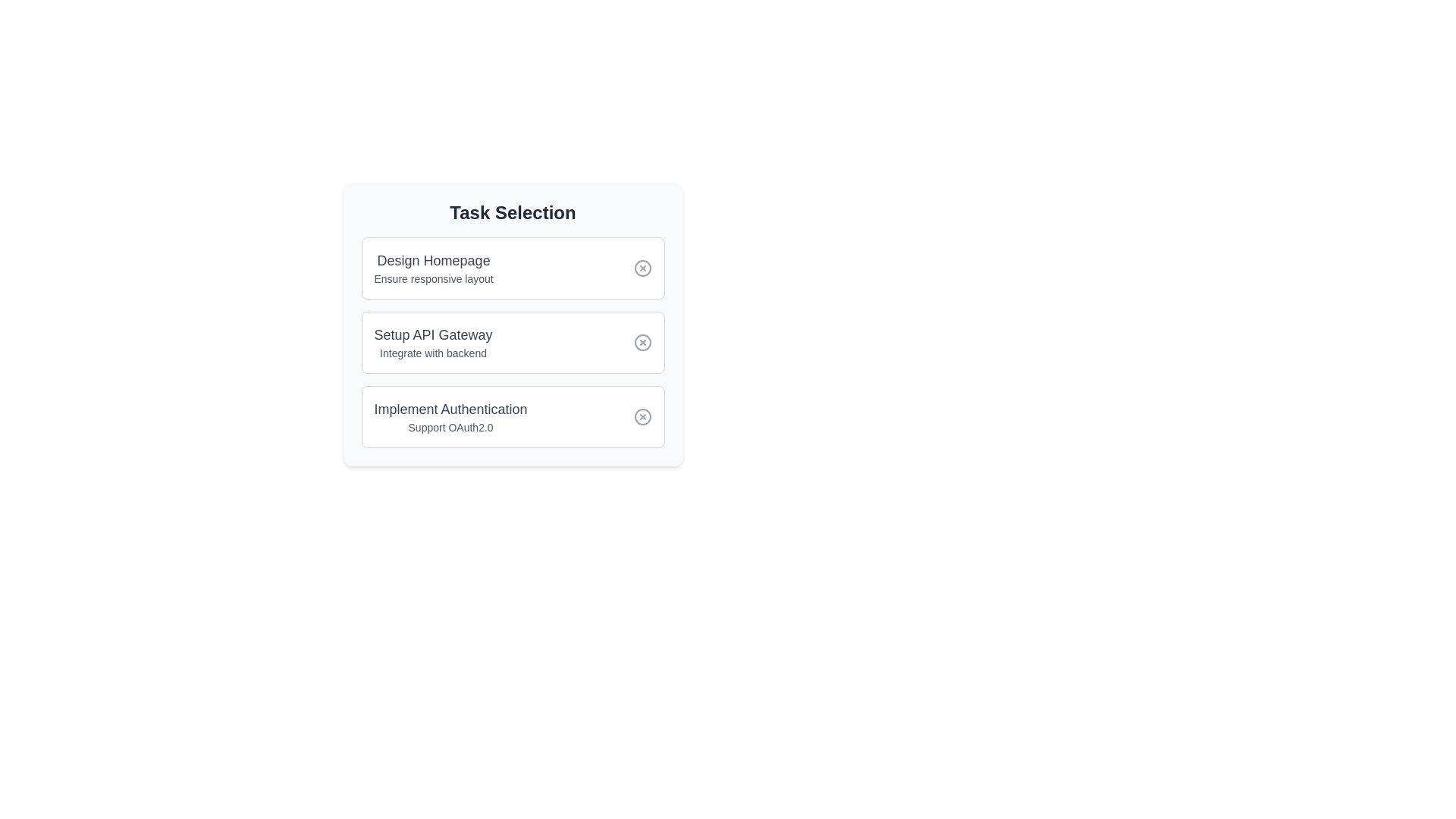 The width and height of the screenshot is (1456, 819). What do you see at coordinates (433, 278) in the screenshot?
I see `the static text displaying 'Ensure responsive layout', which is located beneath the heading 'Design Homepage' within the bordered panel under 'Task Selection'` at bounding box center [433, 278].